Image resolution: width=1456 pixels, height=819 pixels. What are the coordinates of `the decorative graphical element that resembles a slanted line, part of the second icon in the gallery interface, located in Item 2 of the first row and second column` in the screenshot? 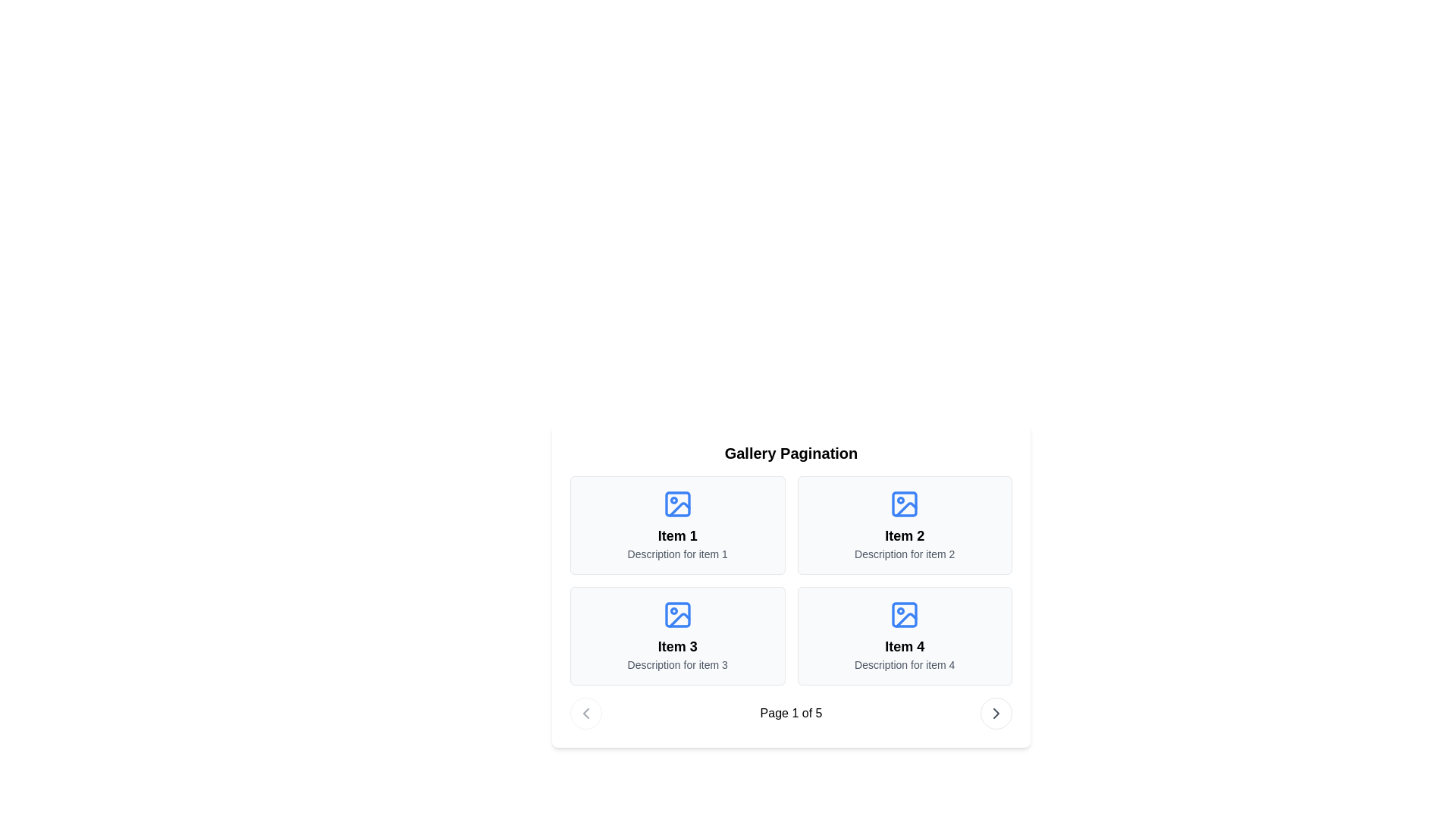 It's located at (906, 509).